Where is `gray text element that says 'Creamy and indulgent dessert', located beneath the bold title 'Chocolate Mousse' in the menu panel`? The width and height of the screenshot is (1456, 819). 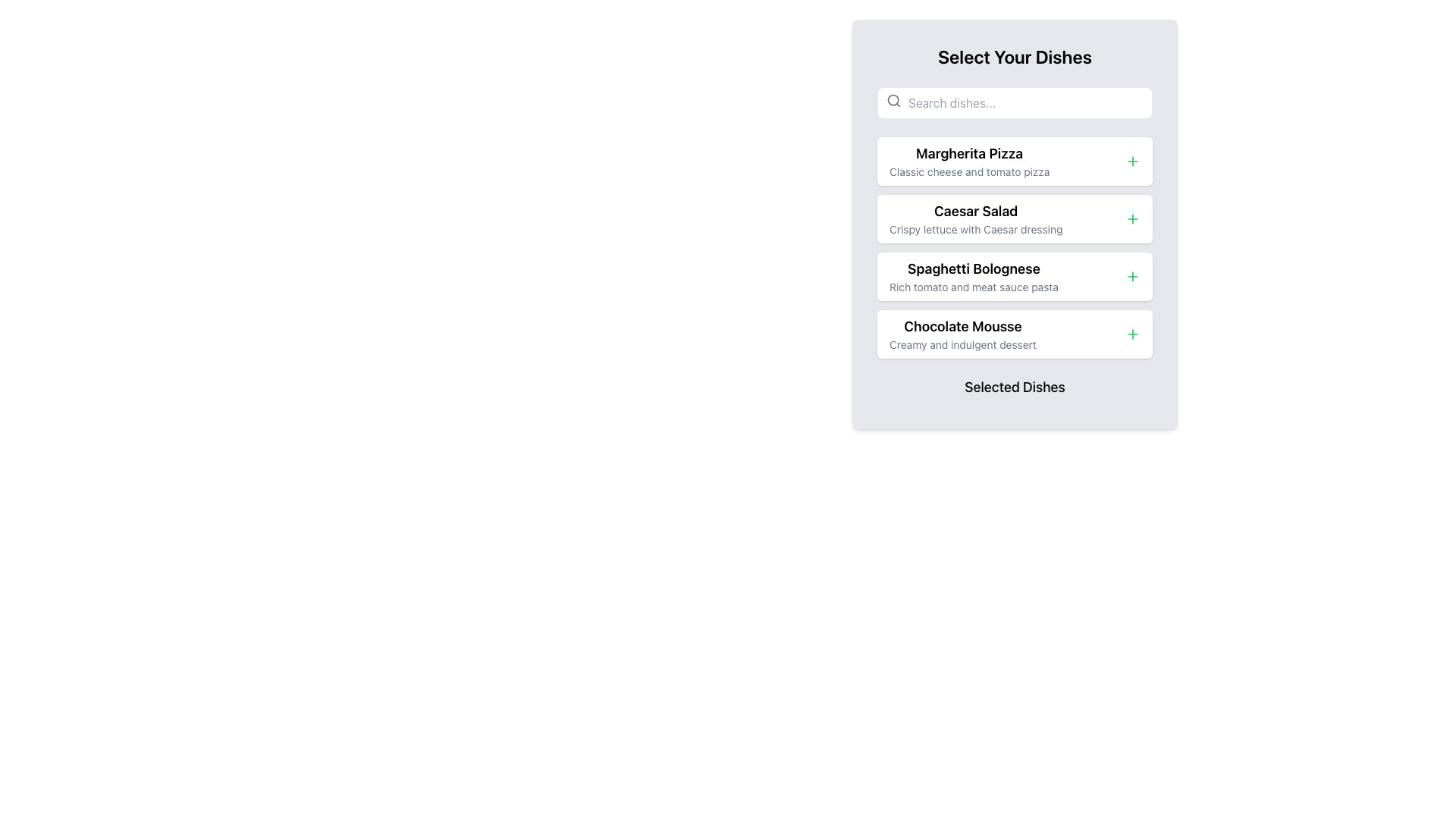
gray text element that says 'Creamy and indulgent dessert', located beneath the bold title 'Chocolate Mousse' in the menu panel is located at coordinates (962, 345).